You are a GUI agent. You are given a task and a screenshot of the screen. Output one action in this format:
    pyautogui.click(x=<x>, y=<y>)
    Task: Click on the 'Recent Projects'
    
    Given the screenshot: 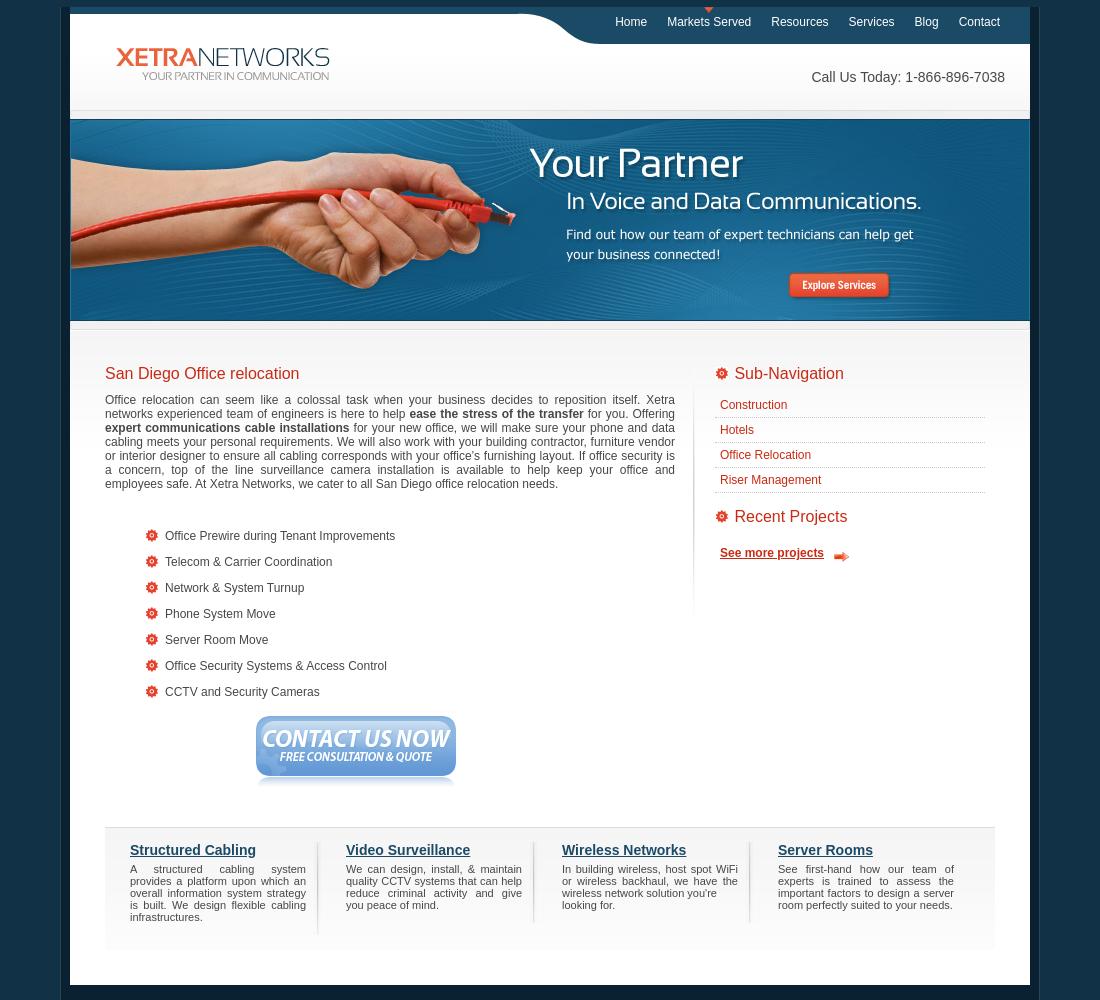 What is the action you would take?
    pyautogui.click(x=788, y=515)
    